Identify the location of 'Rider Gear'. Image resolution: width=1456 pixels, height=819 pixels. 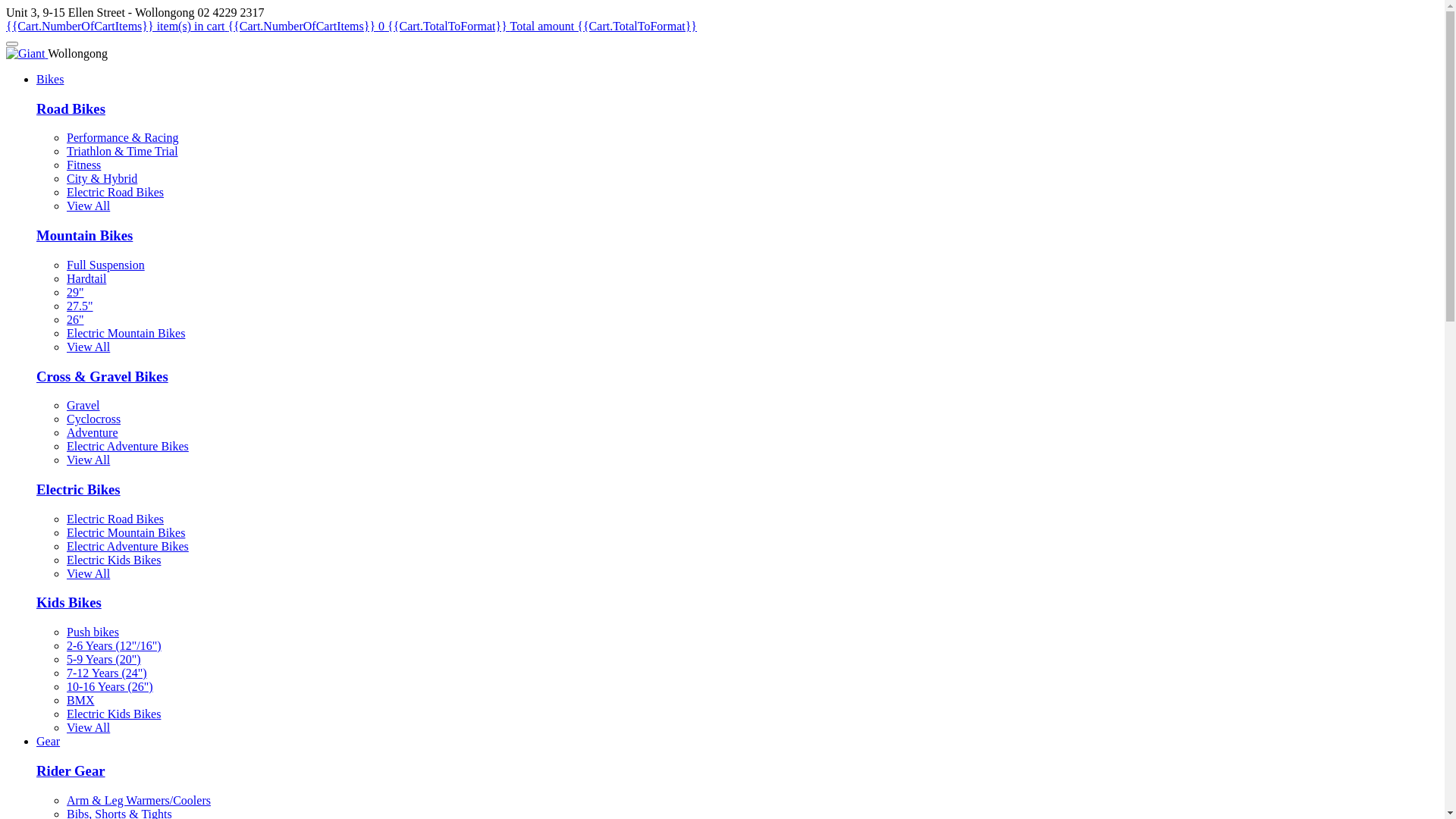
(70, 770).